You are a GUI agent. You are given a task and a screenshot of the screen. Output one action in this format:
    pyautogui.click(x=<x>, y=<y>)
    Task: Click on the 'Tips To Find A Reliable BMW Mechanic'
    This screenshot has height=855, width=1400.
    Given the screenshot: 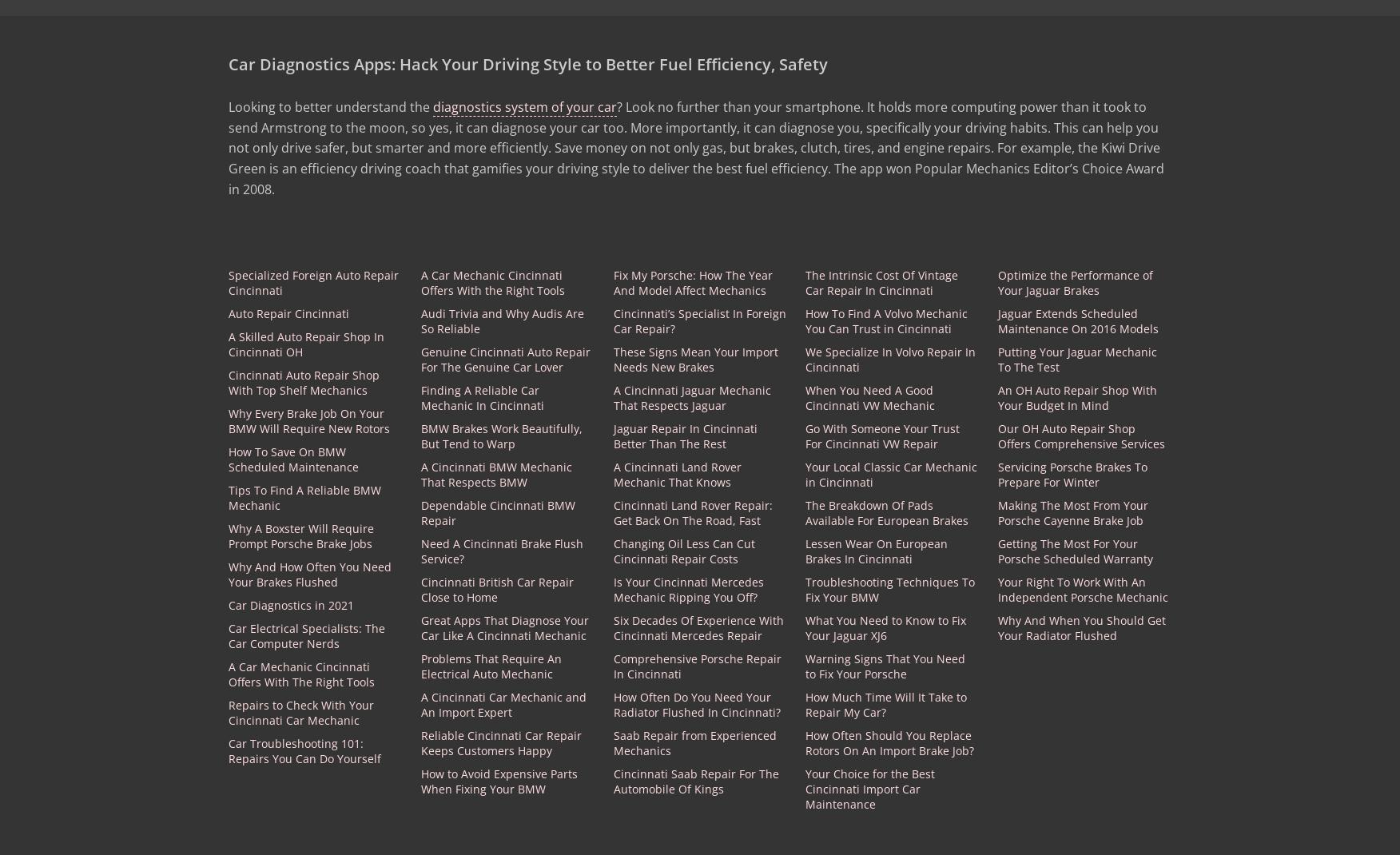 What is the action you would take?
    pyautogui.click(x=304, y=496)
    